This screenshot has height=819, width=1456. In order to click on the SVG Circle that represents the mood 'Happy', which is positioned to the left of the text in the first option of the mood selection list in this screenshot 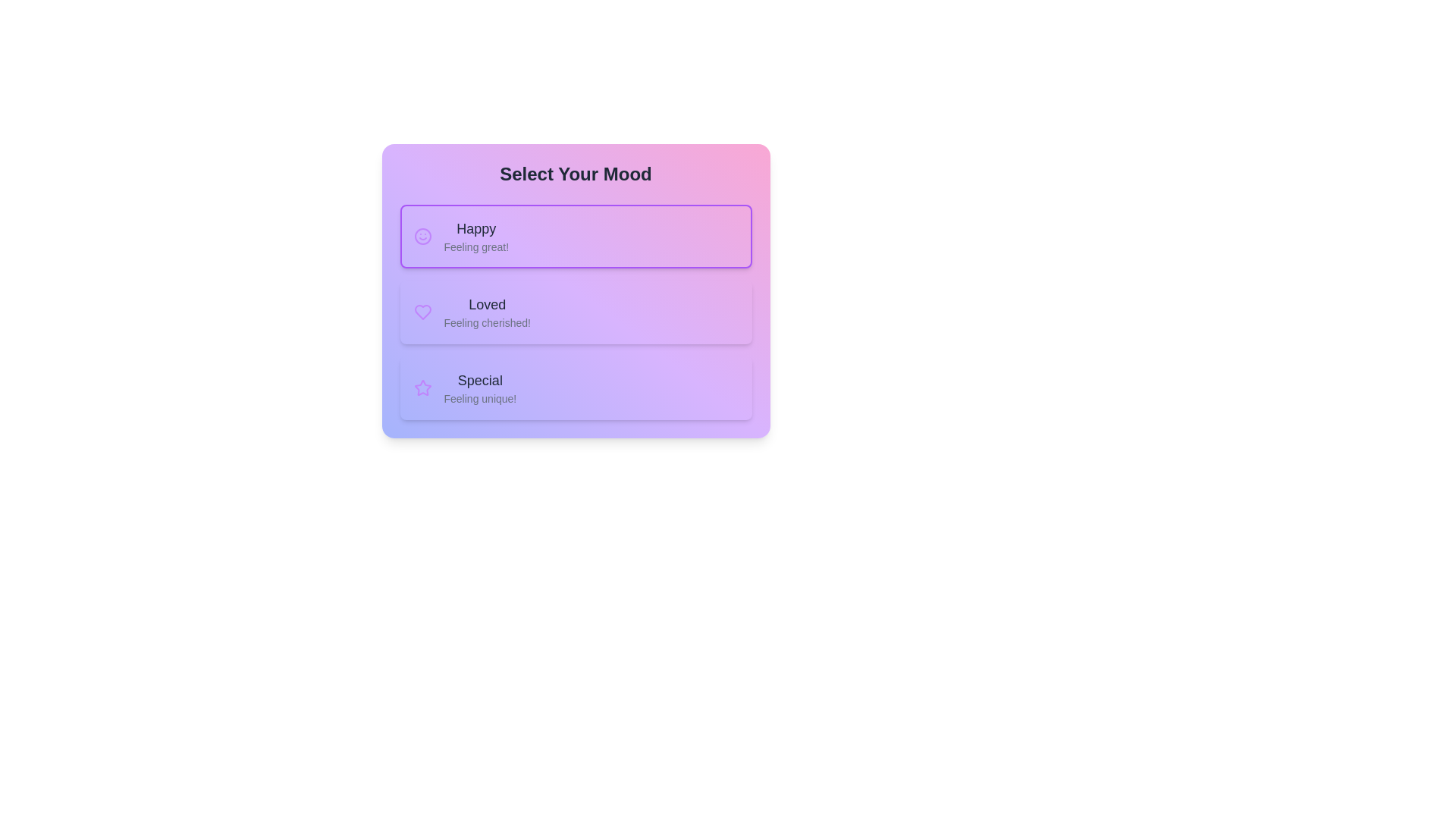, I will do `click(422, 237)`.